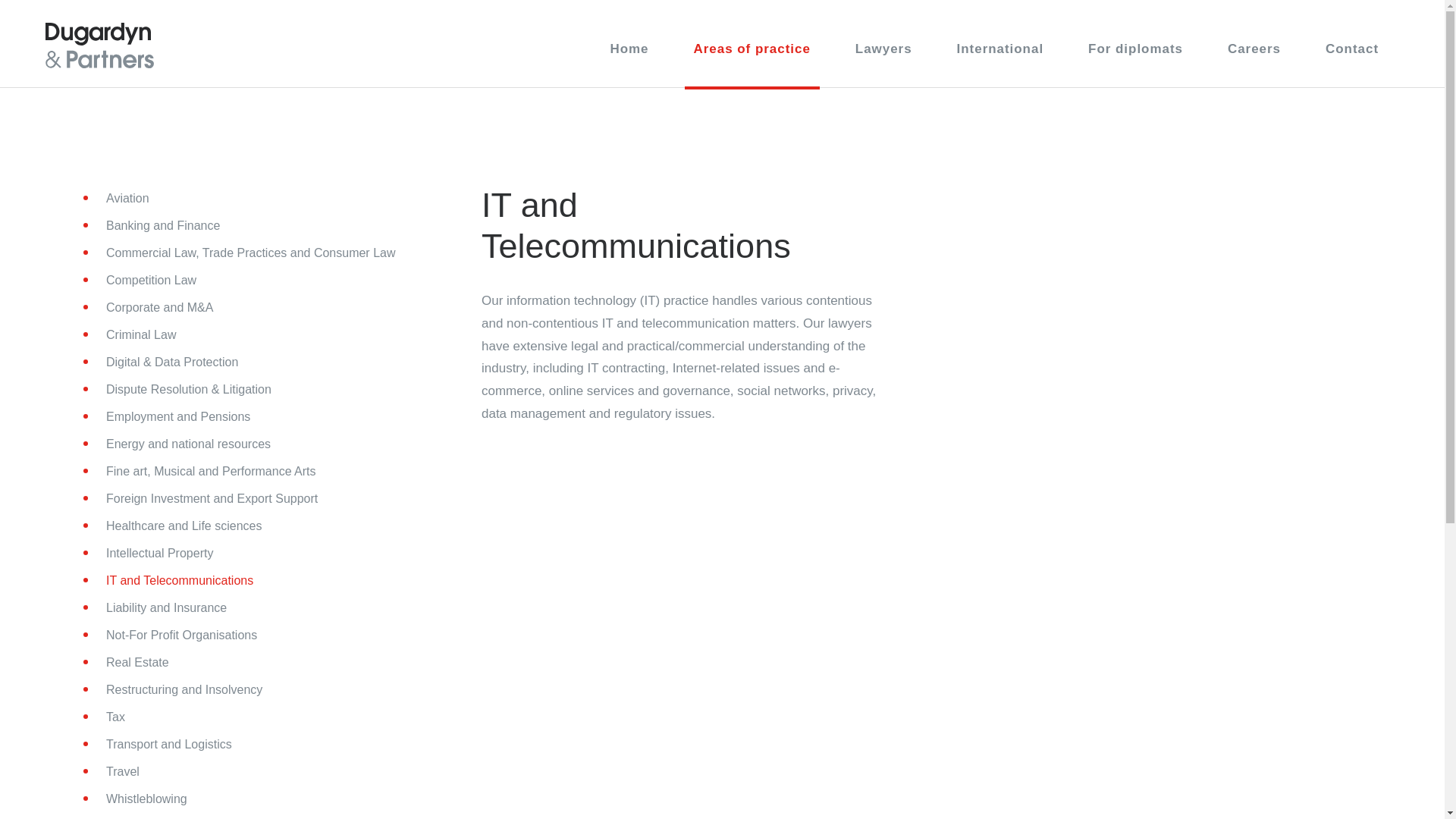  Describe the element at coordinates (178, 388) in the screenshot. I see `'Dispute Resolution & Litigation'` at that location.